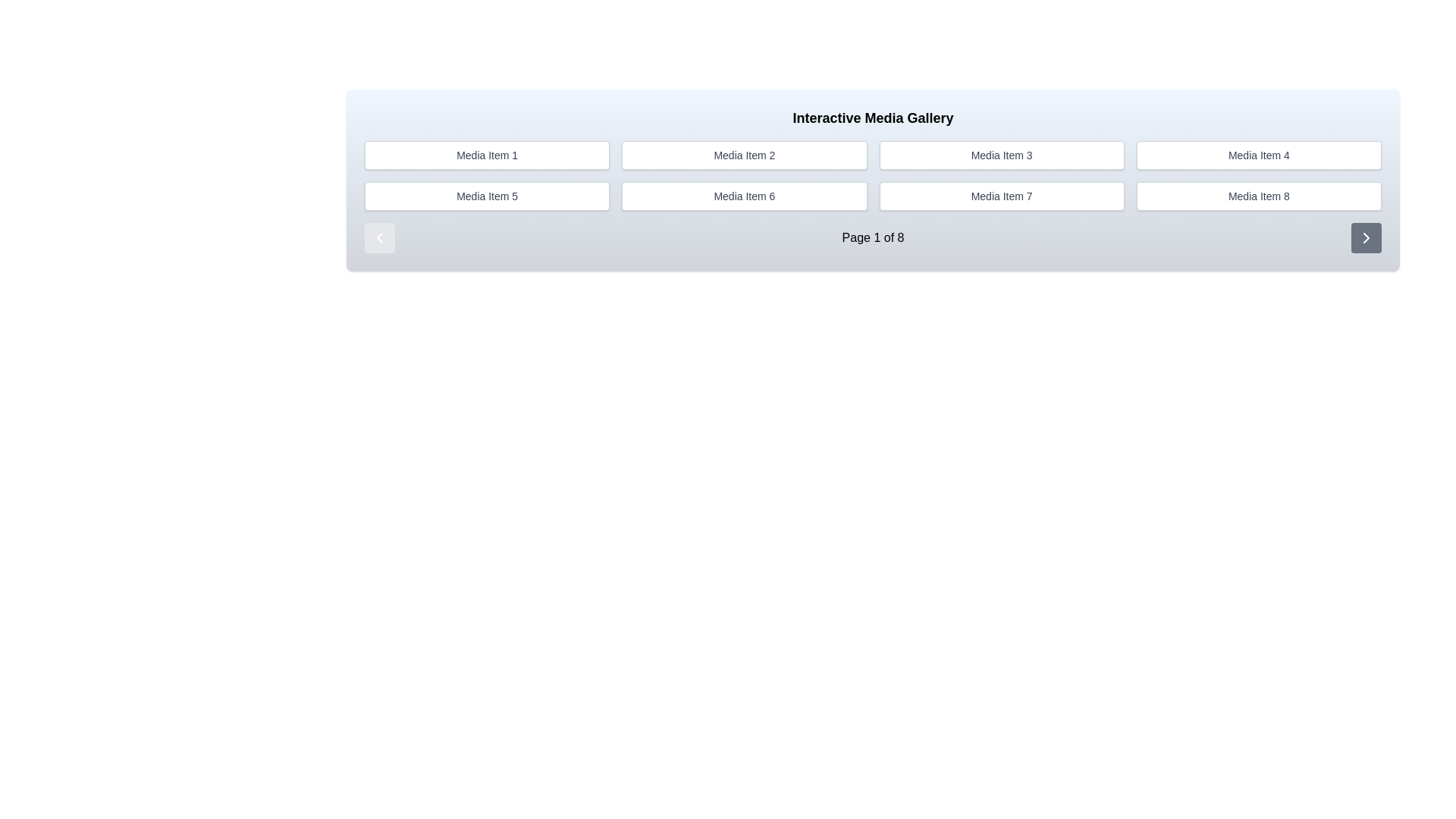  What do you see at coordinates (744, 155) in the screenshot?
I see `the static text-display card containing 'Media Item 2', which is styled with a white background, rounded edges, and a shadow effect, located in the first row and second column of the grid layout` at bounding box center [744, 155].